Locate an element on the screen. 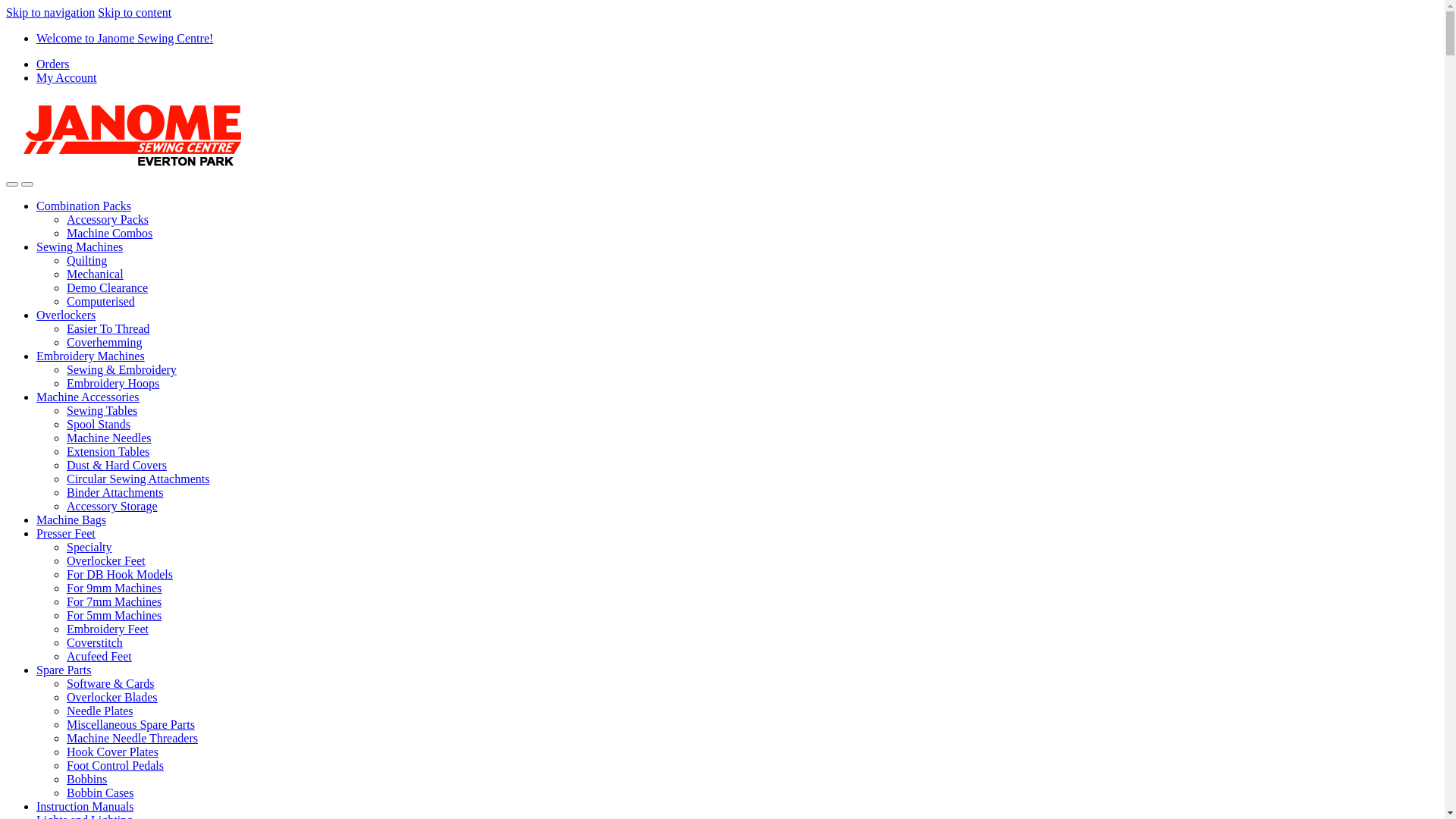  'Accessory Packs' is located at coordinates (107, 219).